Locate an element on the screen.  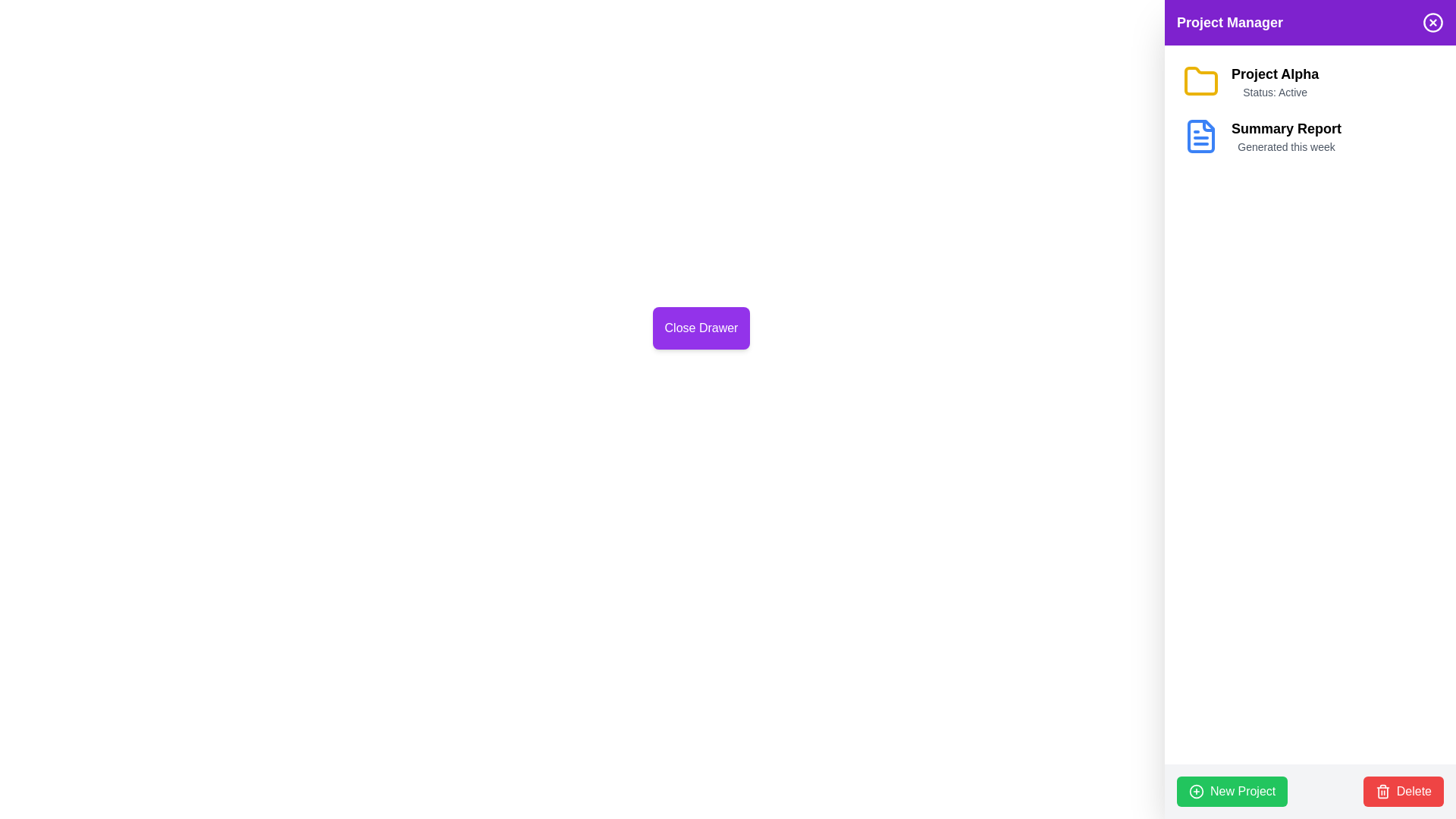
the List item entry for 'Project Alpha', which features a yellow folder icon and the text 'Status: Active' below it, located above 'Summary Report' is located at coordinates (1310, 82).